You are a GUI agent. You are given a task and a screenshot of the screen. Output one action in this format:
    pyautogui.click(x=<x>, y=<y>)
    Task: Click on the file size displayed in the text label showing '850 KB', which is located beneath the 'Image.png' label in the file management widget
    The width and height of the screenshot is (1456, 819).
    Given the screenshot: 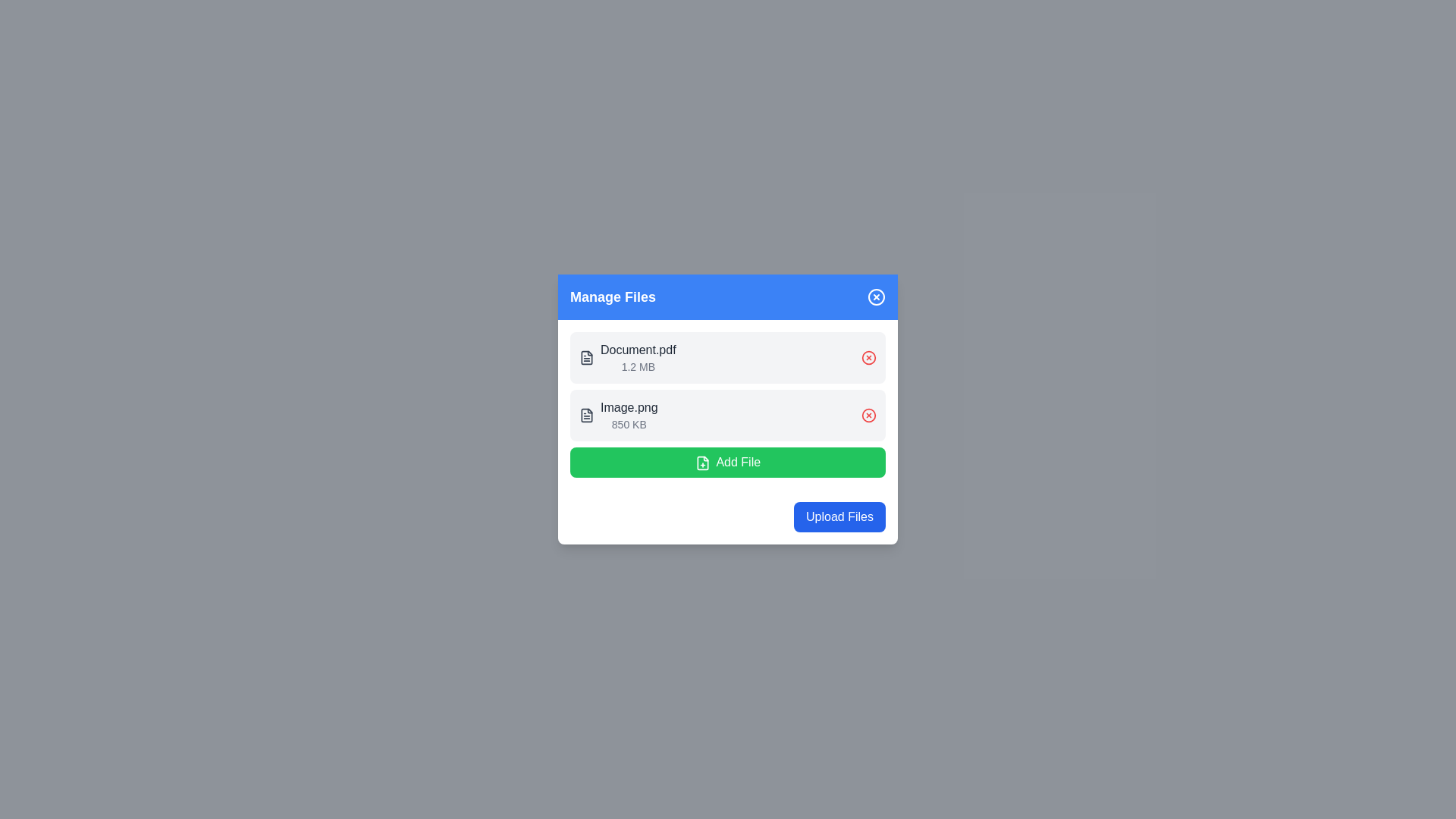 What is the action you would take?
    pyautogui.click(x=629, y=424)
    